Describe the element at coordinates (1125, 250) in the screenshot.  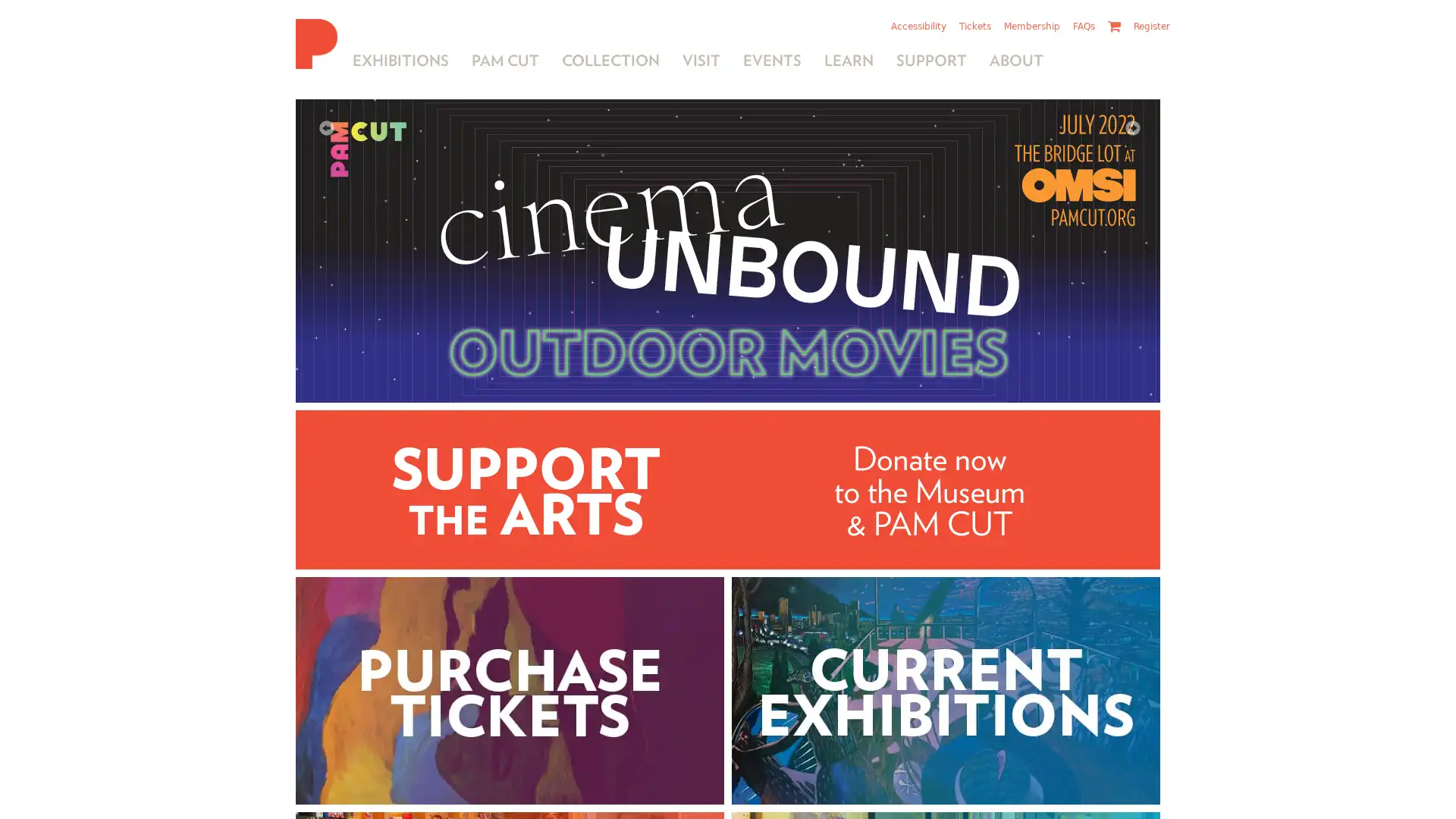
I see `Next` at that location.